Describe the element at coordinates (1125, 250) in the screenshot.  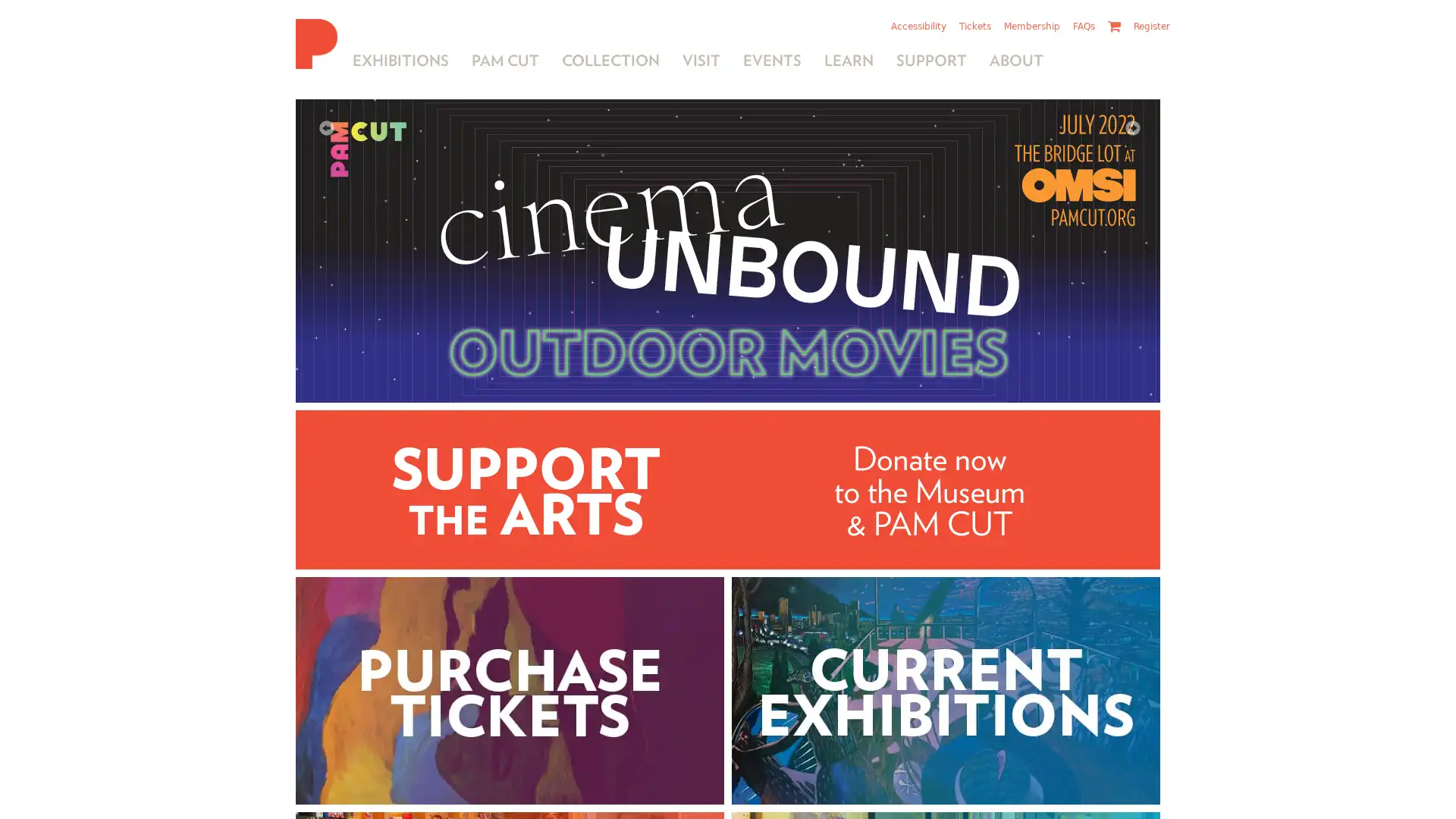
I see `Next` at that location.